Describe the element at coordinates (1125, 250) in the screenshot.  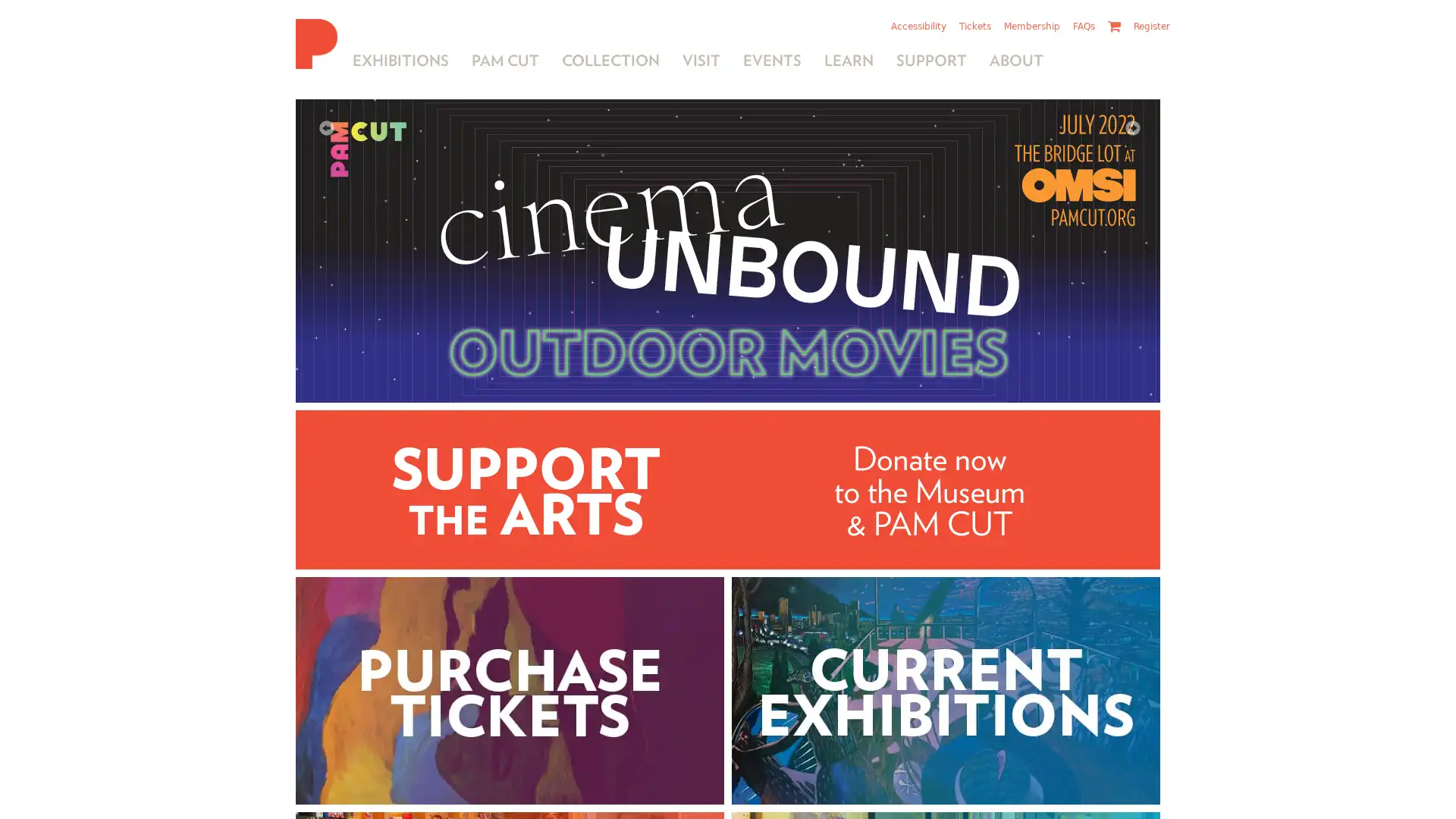
I see `Next` at that location.